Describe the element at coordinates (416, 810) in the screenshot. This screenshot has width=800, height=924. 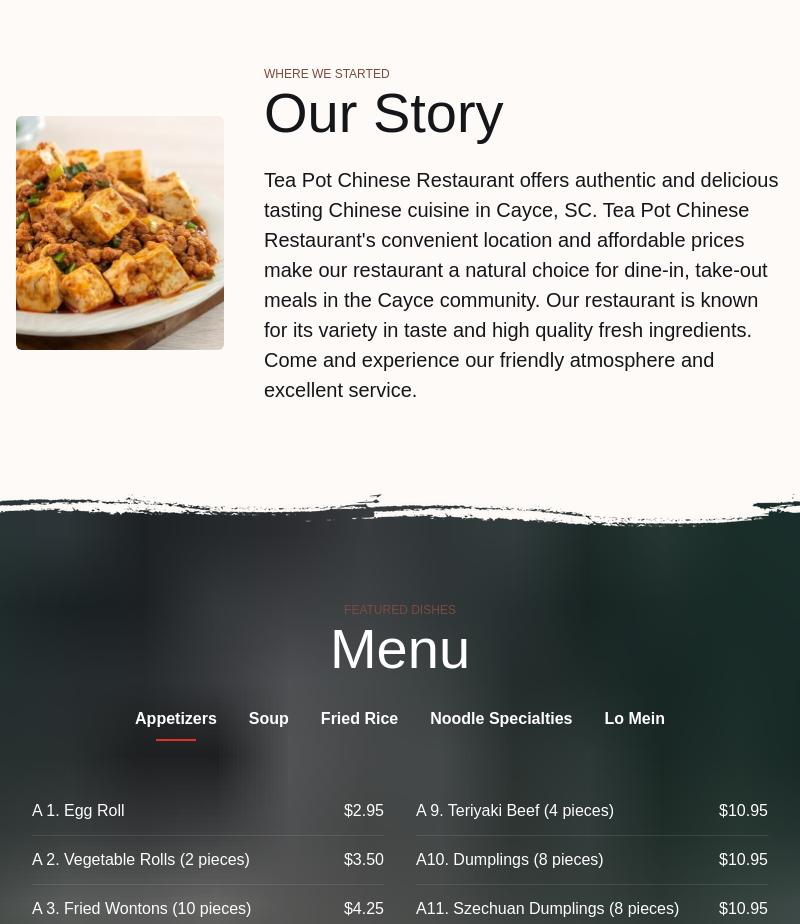
I see `'A 9. Teriyaki Beef (4 pieces)'` at that location.